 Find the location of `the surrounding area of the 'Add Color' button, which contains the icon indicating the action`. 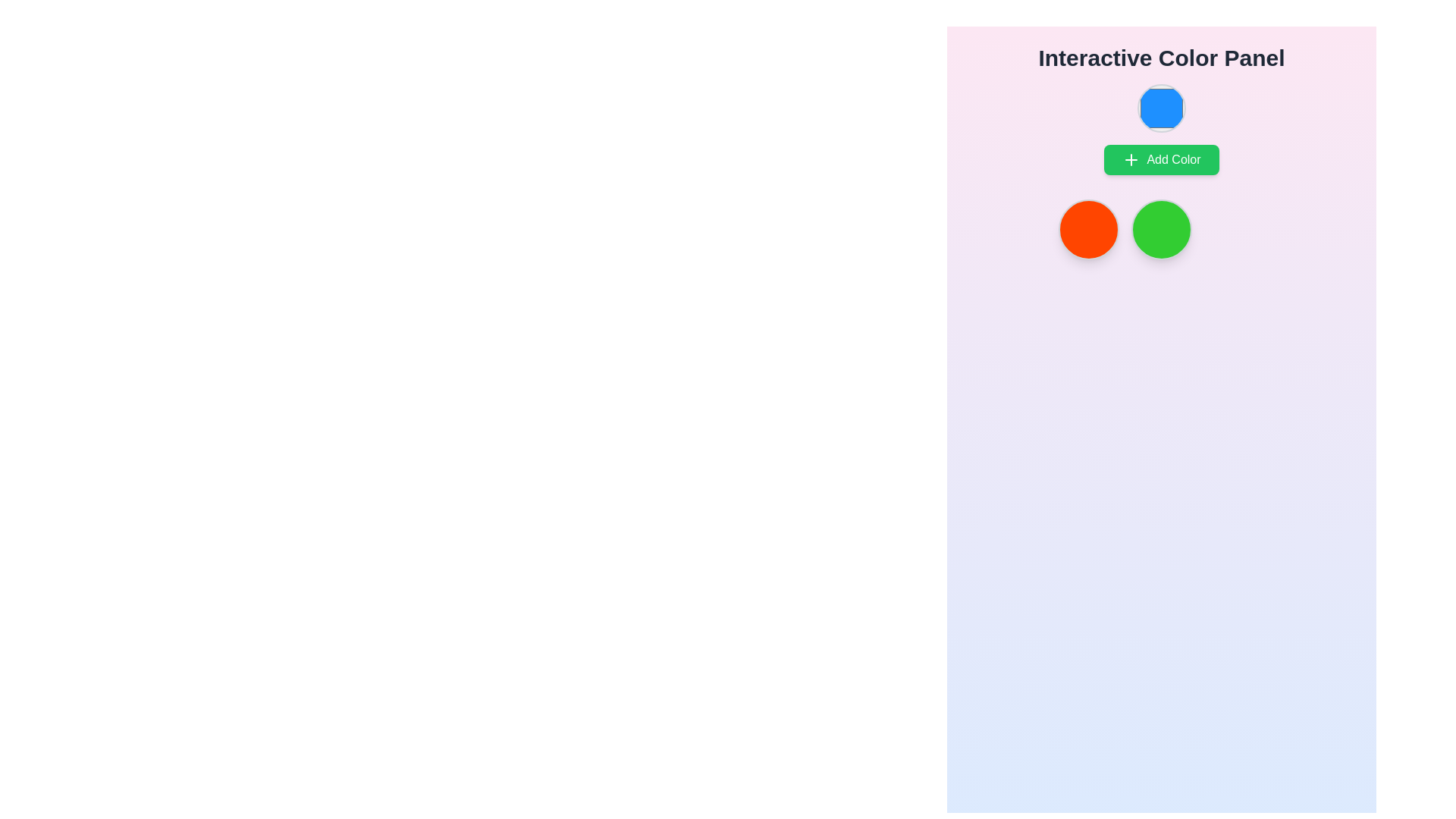

the surrounding area of the 'Add Color' button, which contains the icon indicating the action is located at coordinates (1131, 160).